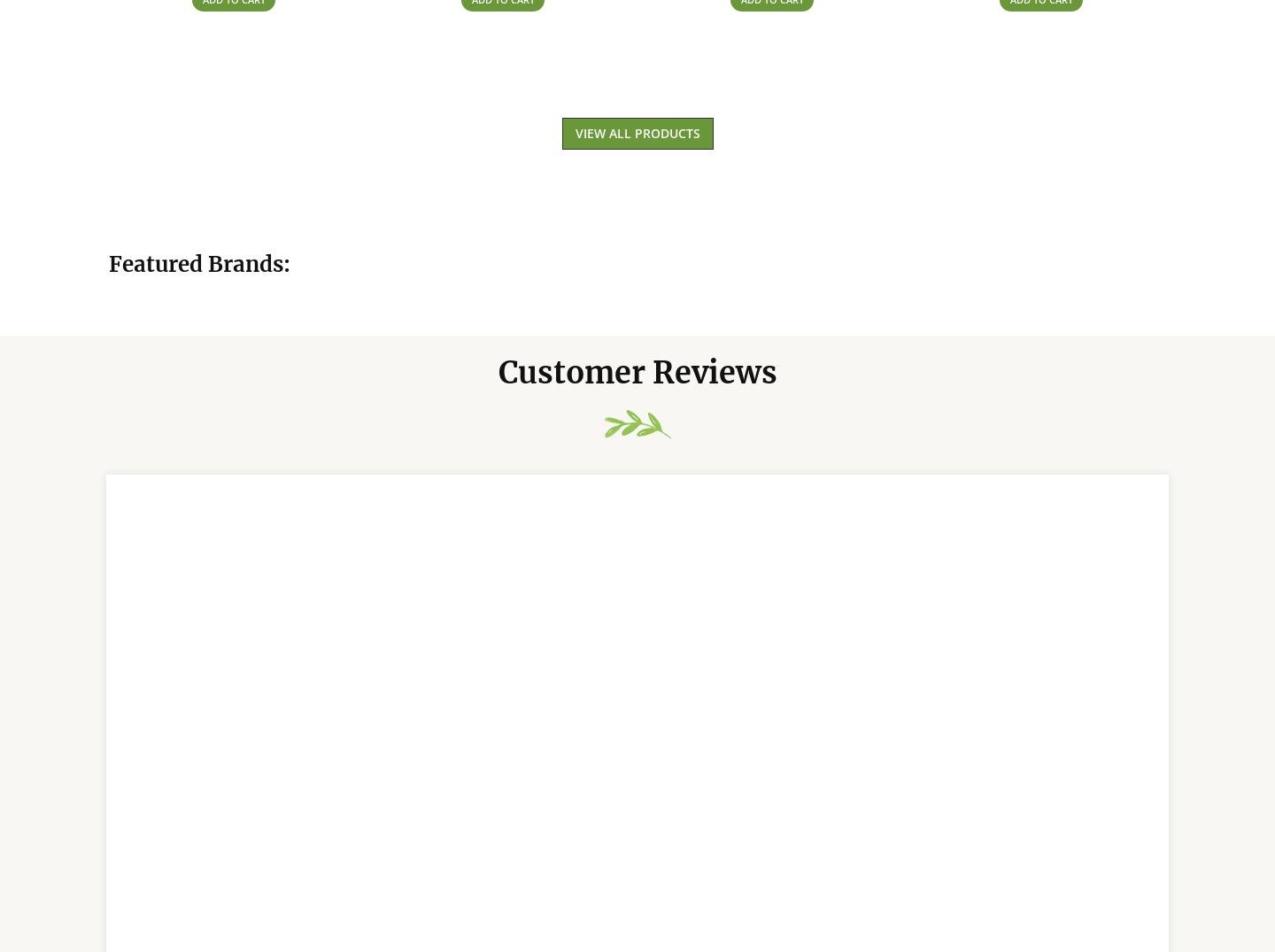 Image resolution: width=1275 pixels, height=952 pixels. I want to click on '“Just want to issue a quick compliment to your company for the quality products you produce, the efficient way orders are completed, and the speedy delivery I receive from your couriers. Keep up the good work!”', so click(630, 719).